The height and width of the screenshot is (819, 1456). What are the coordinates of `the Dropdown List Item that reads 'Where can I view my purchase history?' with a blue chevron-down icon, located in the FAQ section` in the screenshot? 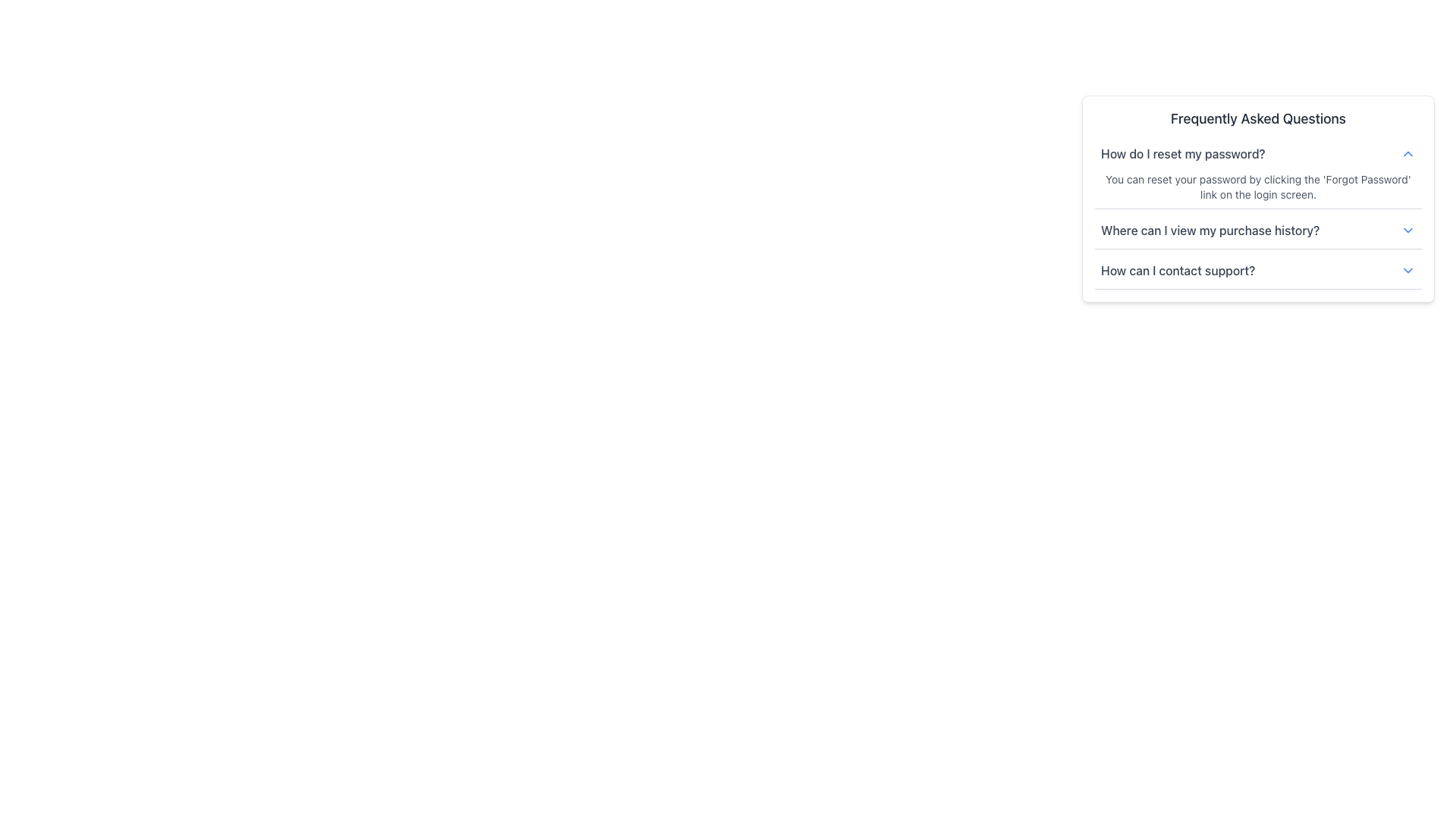 It's located at (1258, 231).